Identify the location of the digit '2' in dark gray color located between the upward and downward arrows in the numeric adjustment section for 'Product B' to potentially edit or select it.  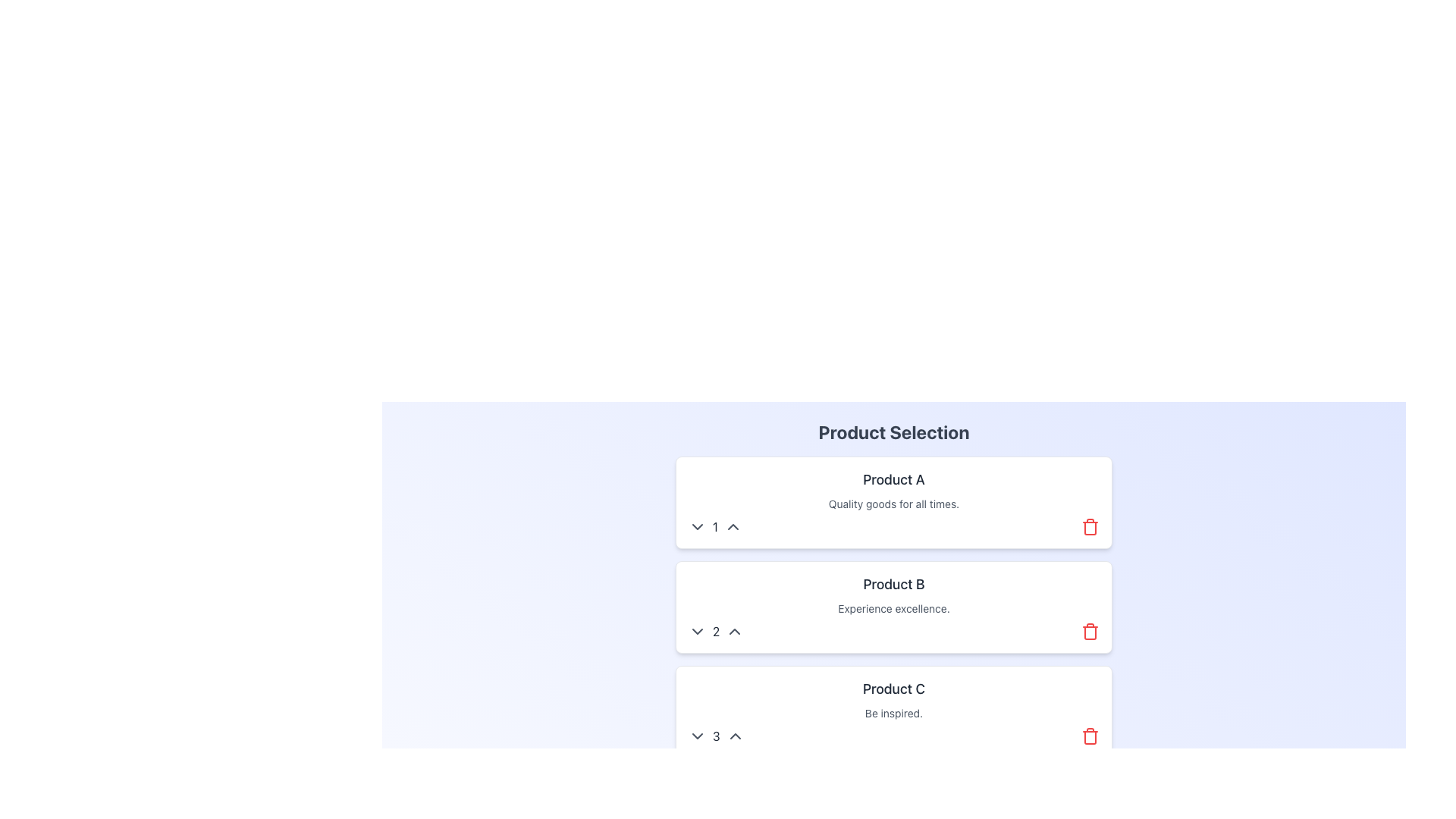
(715, 632).